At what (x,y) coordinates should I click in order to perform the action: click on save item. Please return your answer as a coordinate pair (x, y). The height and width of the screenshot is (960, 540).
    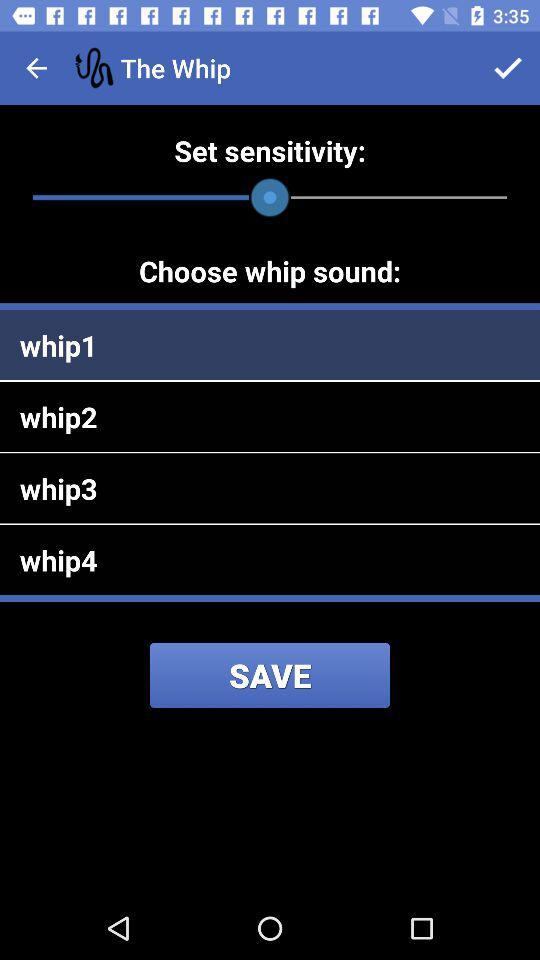
    Looking at the image, I should click on (270, 675).